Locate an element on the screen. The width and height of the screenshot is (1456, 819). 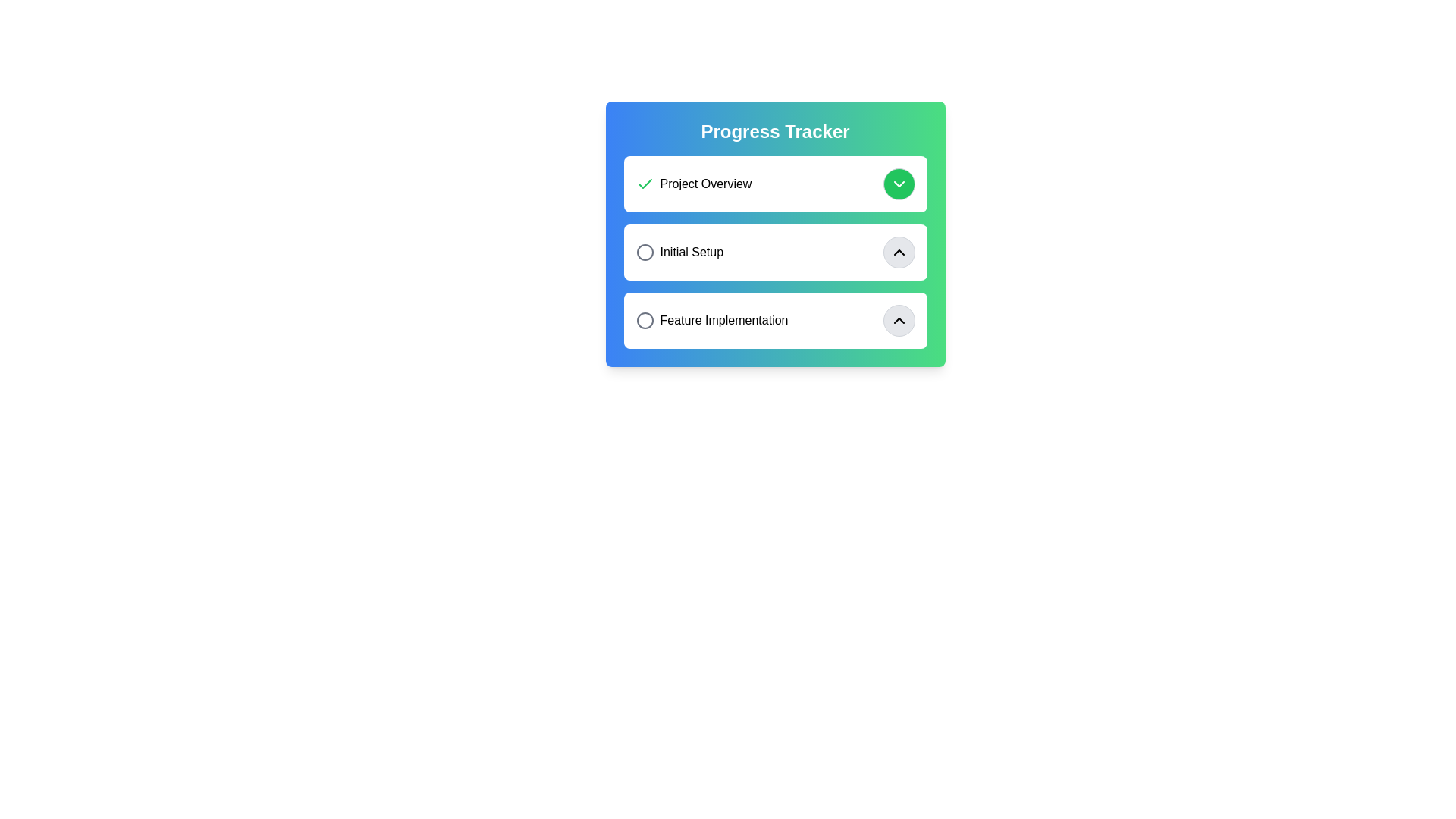
text displayed in the Text Label that serves as a section heading or denotes a completed step in the multi-step progress tracker, positioned at the top of the list with an icon to its left is located at coordinates (692, 184).